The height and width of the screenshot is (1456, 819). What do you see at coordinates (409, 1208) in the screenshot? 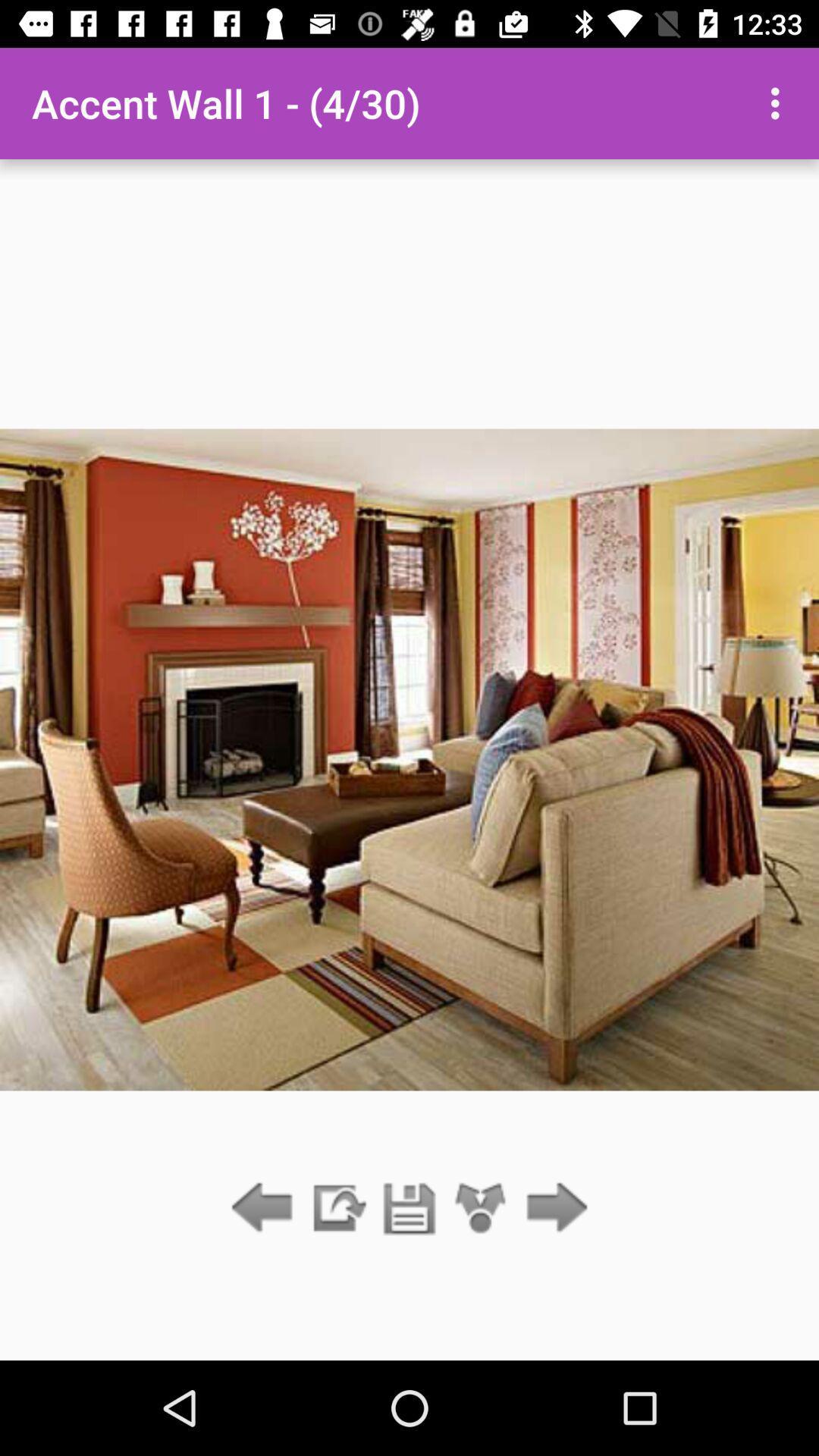
I see `the app below the accent wall 1` at bounding box center [409, 1208].